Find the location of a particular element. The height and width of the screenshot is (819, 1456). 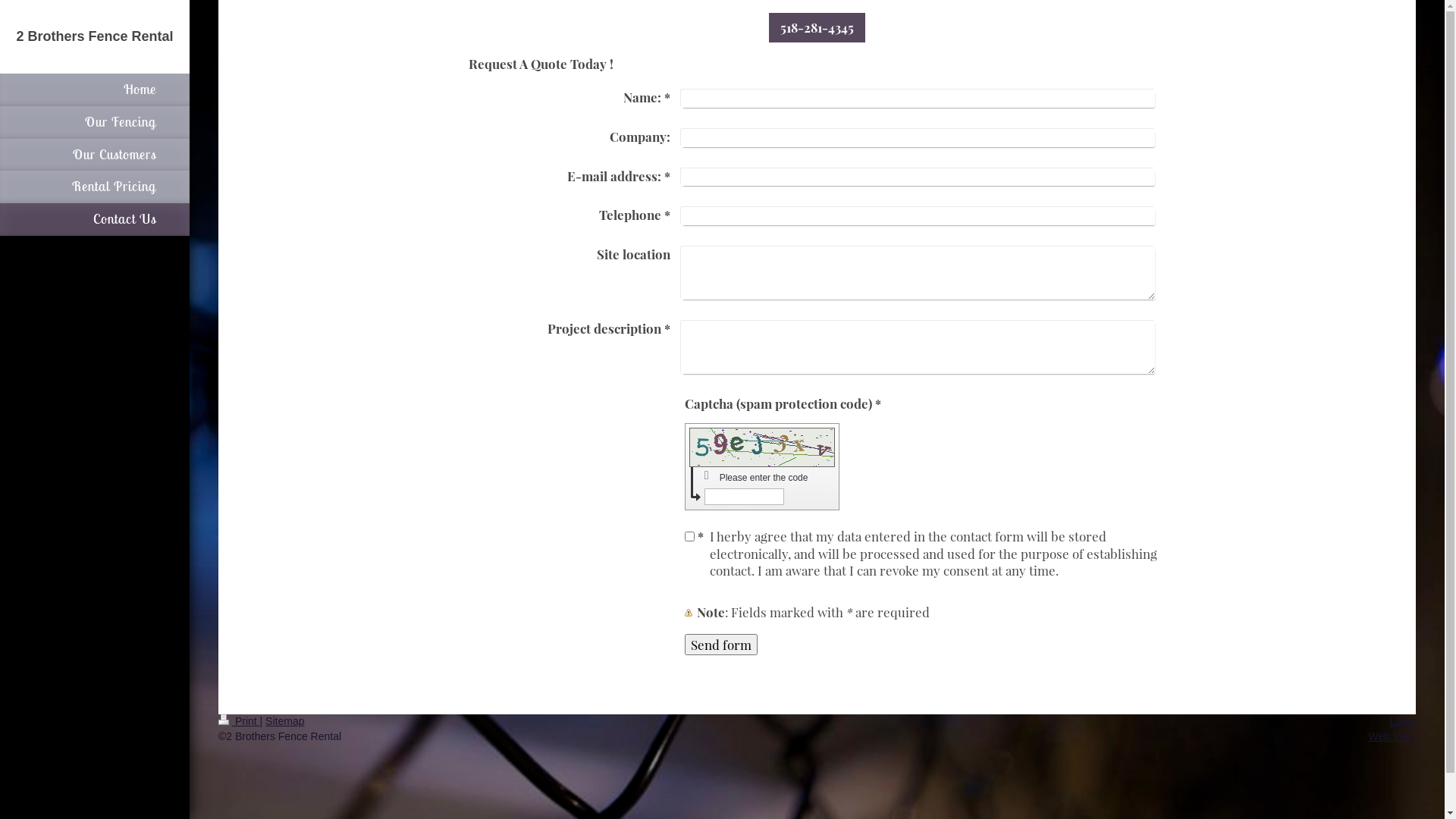

'Print' is located at coordinates (238, 720).